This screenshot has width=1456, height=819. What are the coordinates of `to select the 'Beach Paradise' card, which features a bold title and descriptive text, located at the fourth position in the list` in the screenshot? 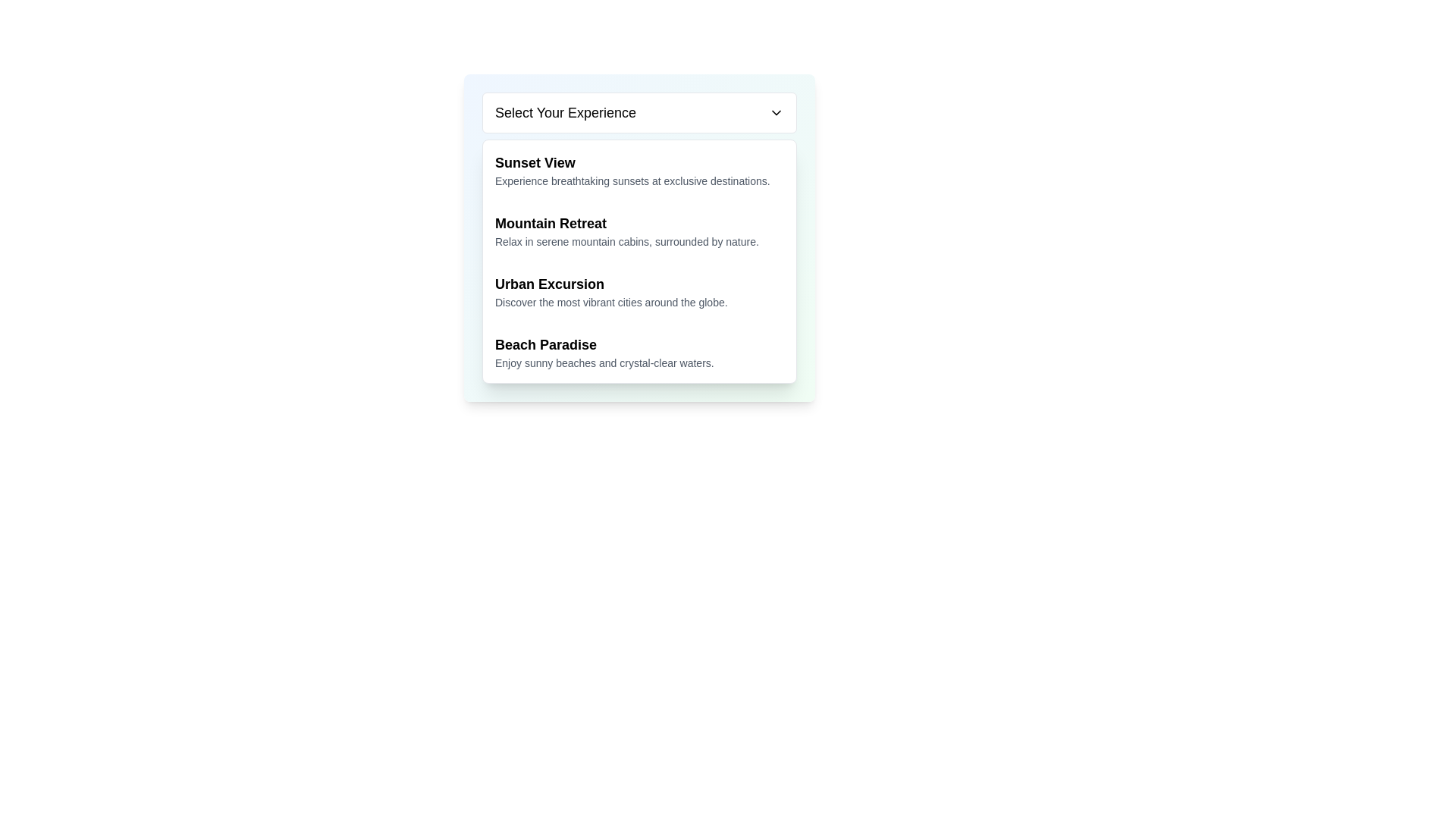 It's located at (639, 353).